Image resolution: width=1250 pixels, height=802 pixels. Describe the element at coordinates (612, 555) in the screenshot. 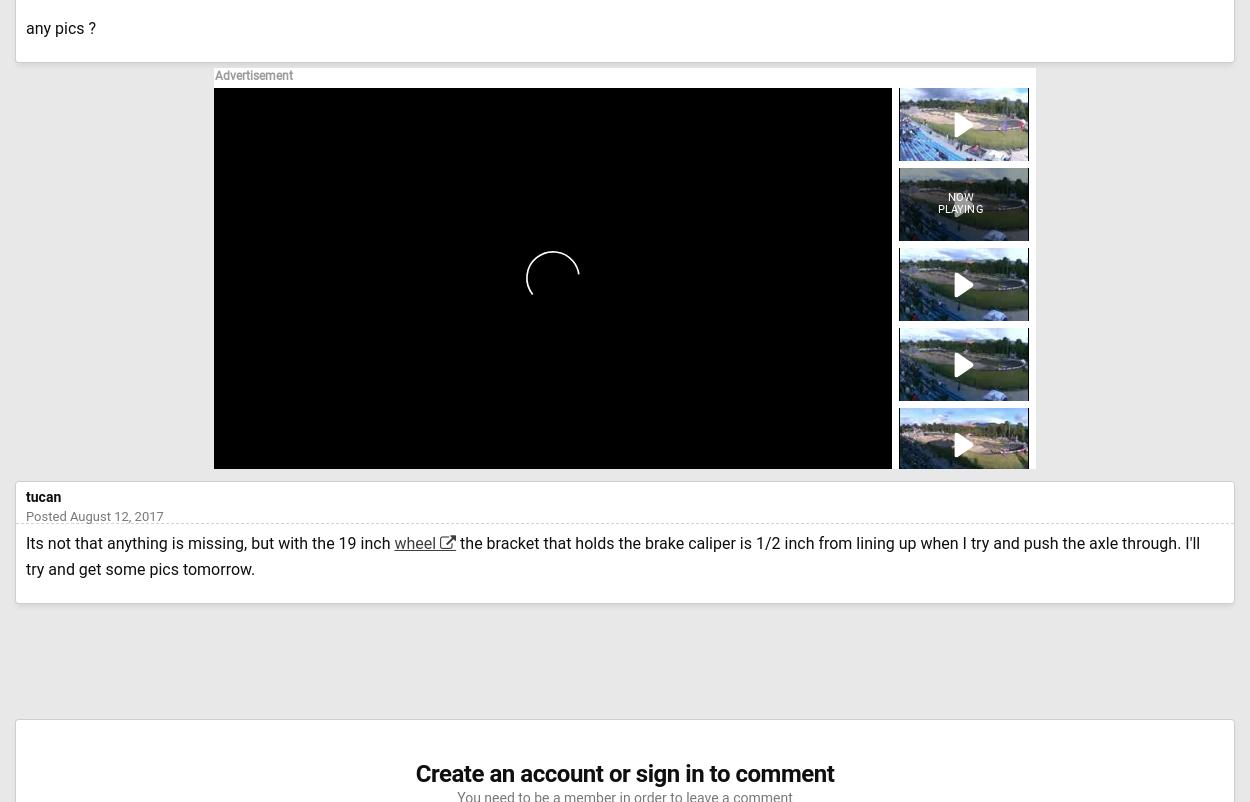

I see `'the bracket that holds the brake caliper is 1/2 inch from lining up when I try and push the axle through. I'll try and get some pics tomorrow.'` at that location.